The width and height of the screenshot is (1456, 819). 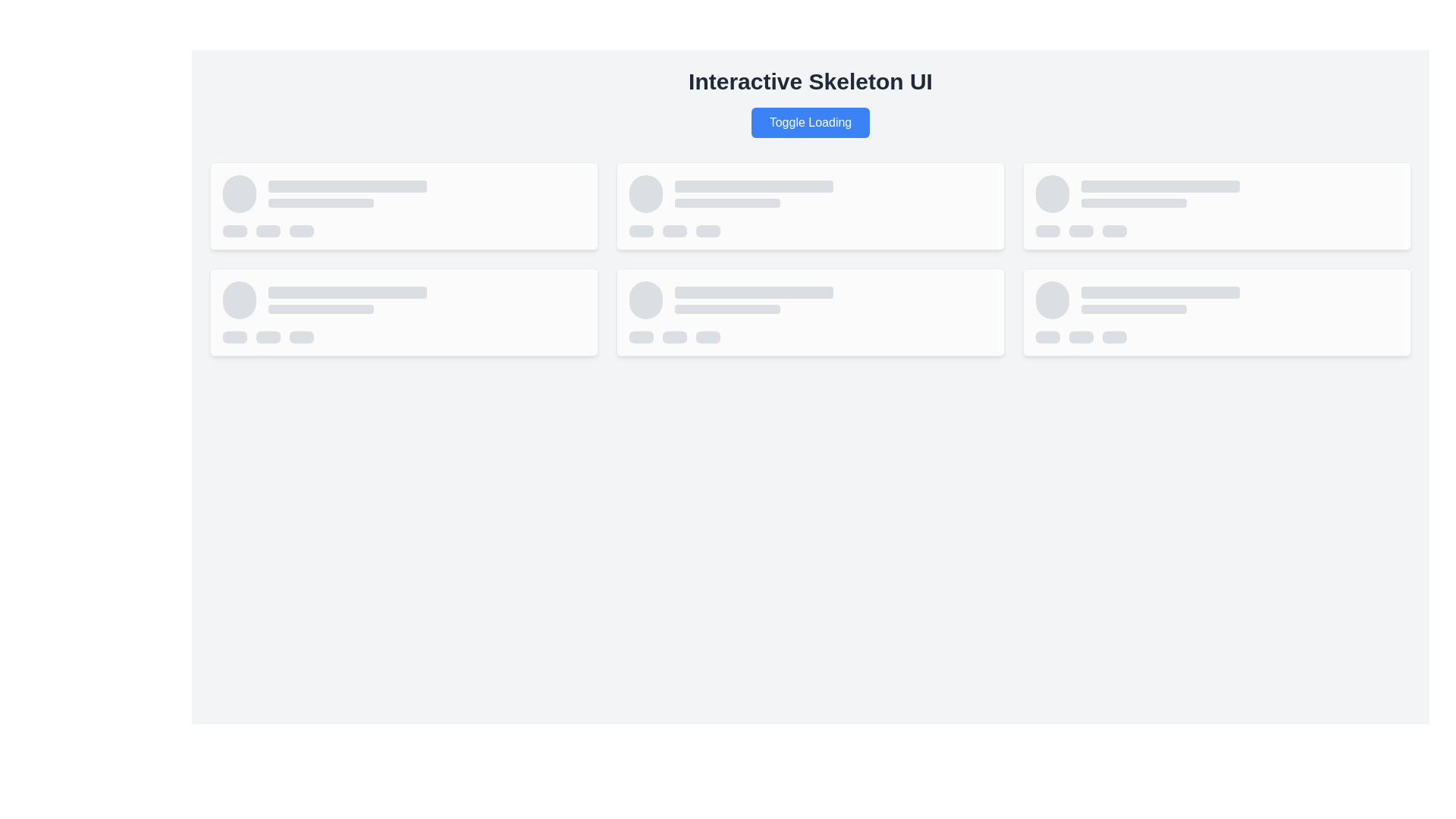 What do you see at coordinates (673, 231) in the screenshot?
I see `the small rectangular button with rounded edges that has a light gray background, located between the first and third buttons in a horizontal alignment` at bounding box center [673, 231].